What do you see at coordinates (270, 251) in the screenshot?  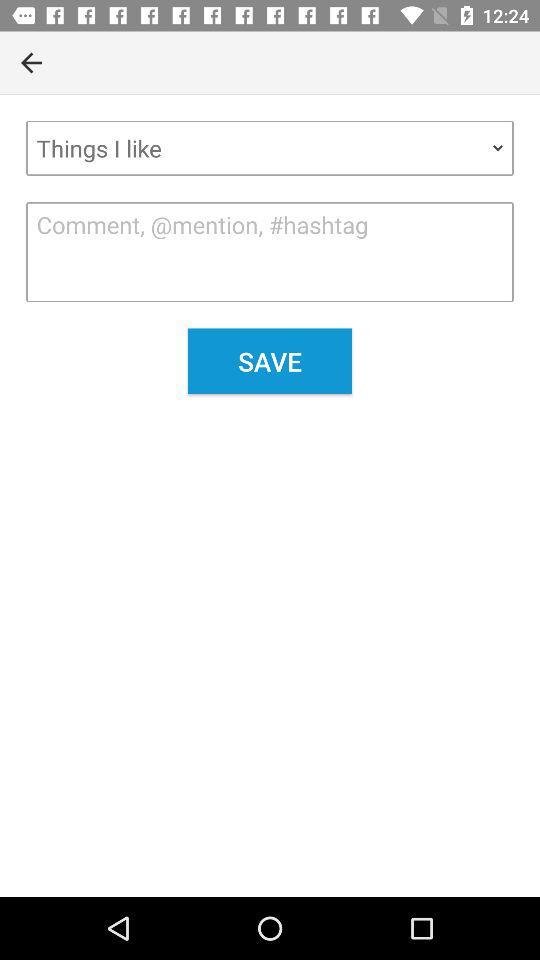 I see `the comments box` at bounding box center [270, 251].